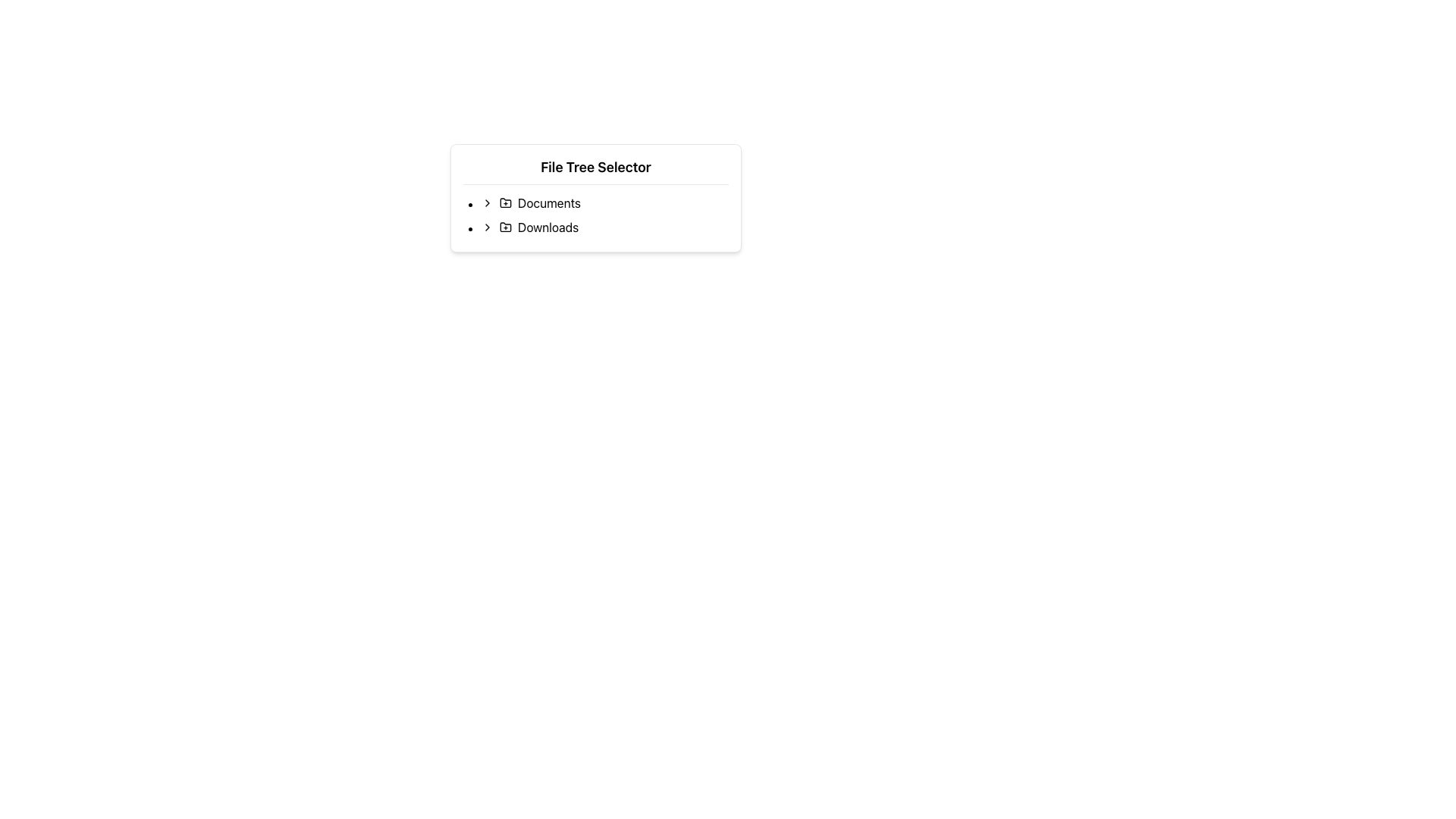  Describe the element at coordinates (488, 202) in the screenshot. I see `the chevron icon` at that location.